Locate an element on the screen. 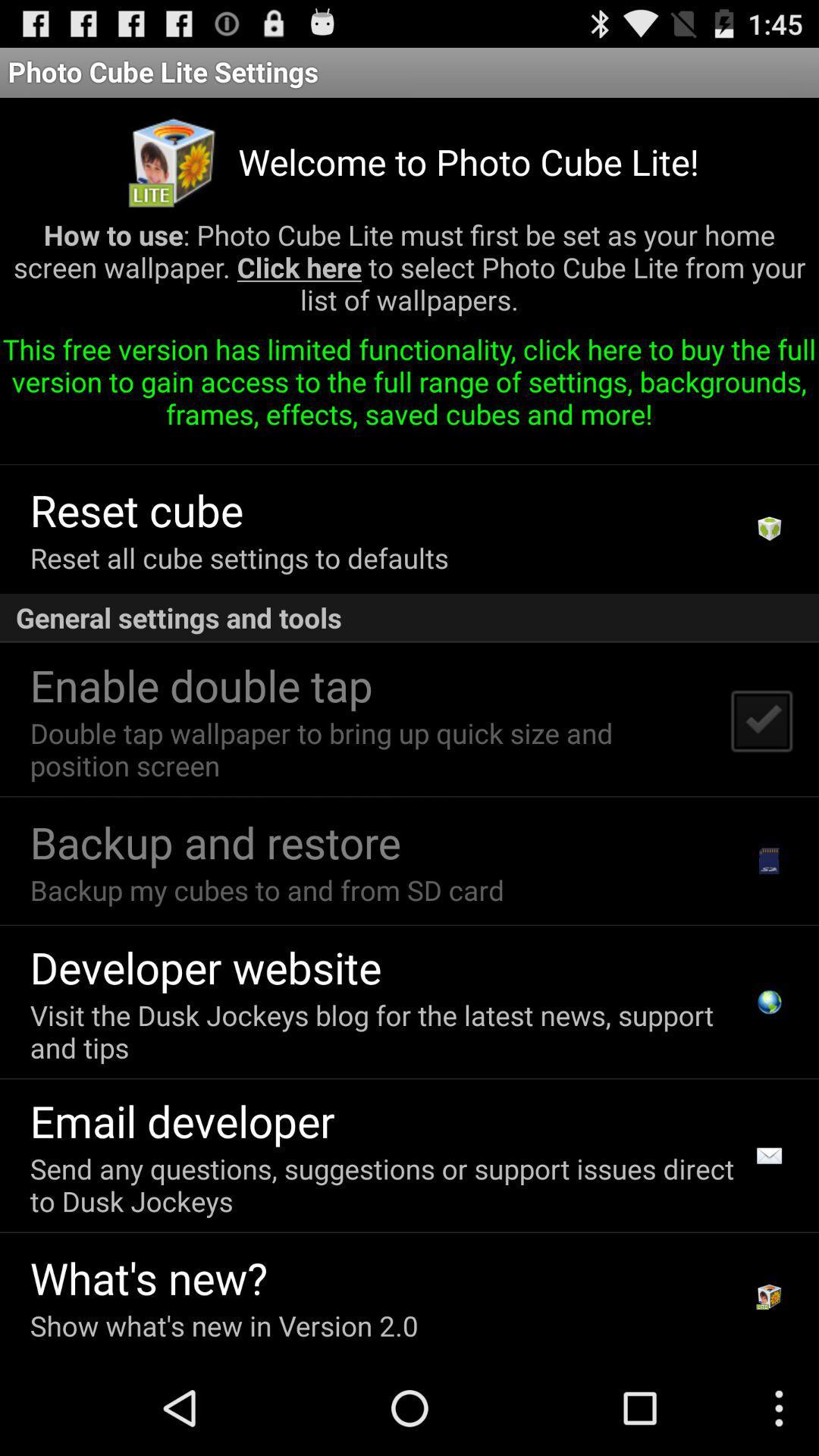 The image size is (819, 1456). item above the enable double tap app is located at coordinates (409, 618).